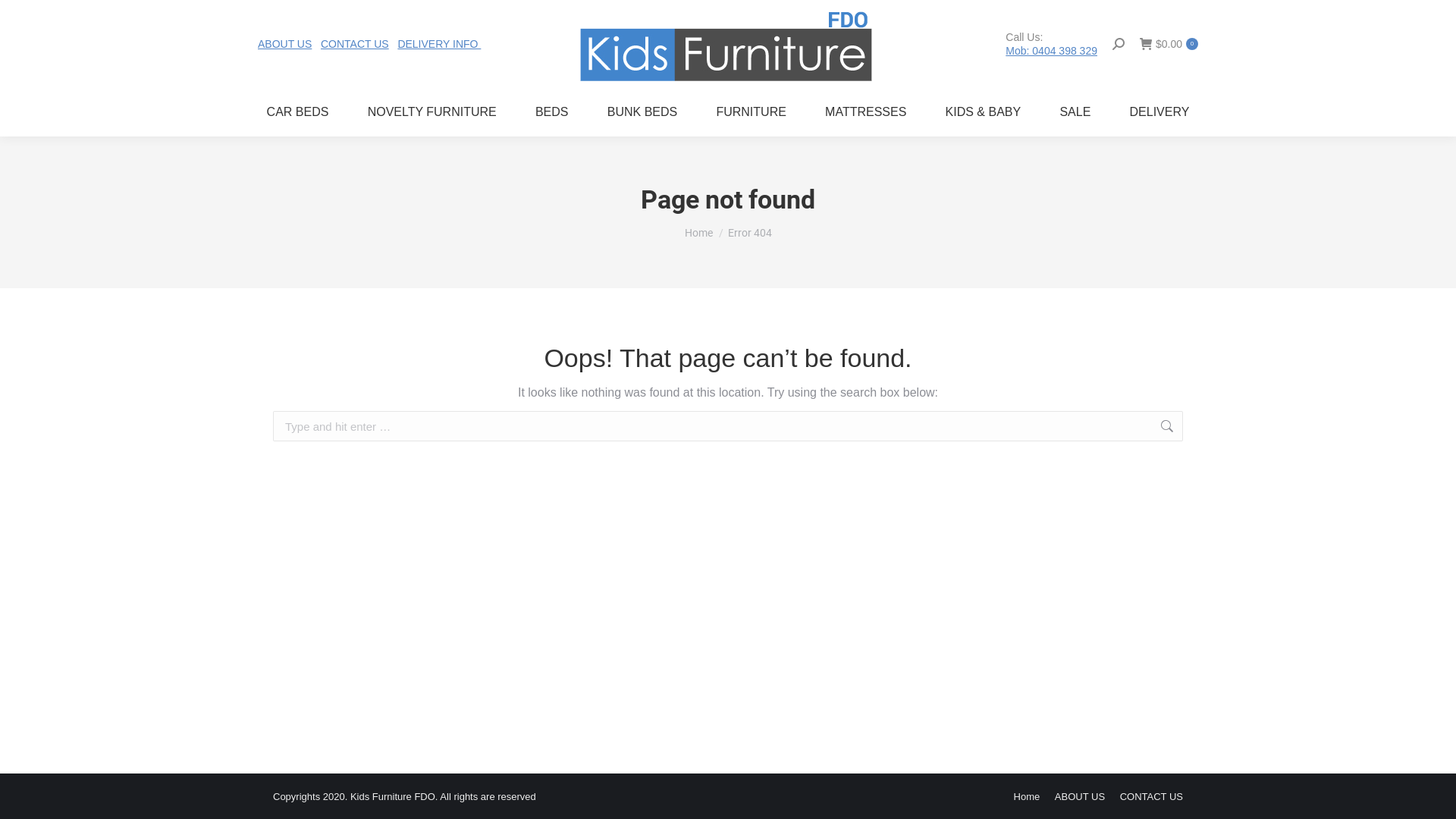 This screenshot has height=819, width=1456. Describe the element at coordinates (1027, 795) in the screenshot. I see `'Home'` at that location.